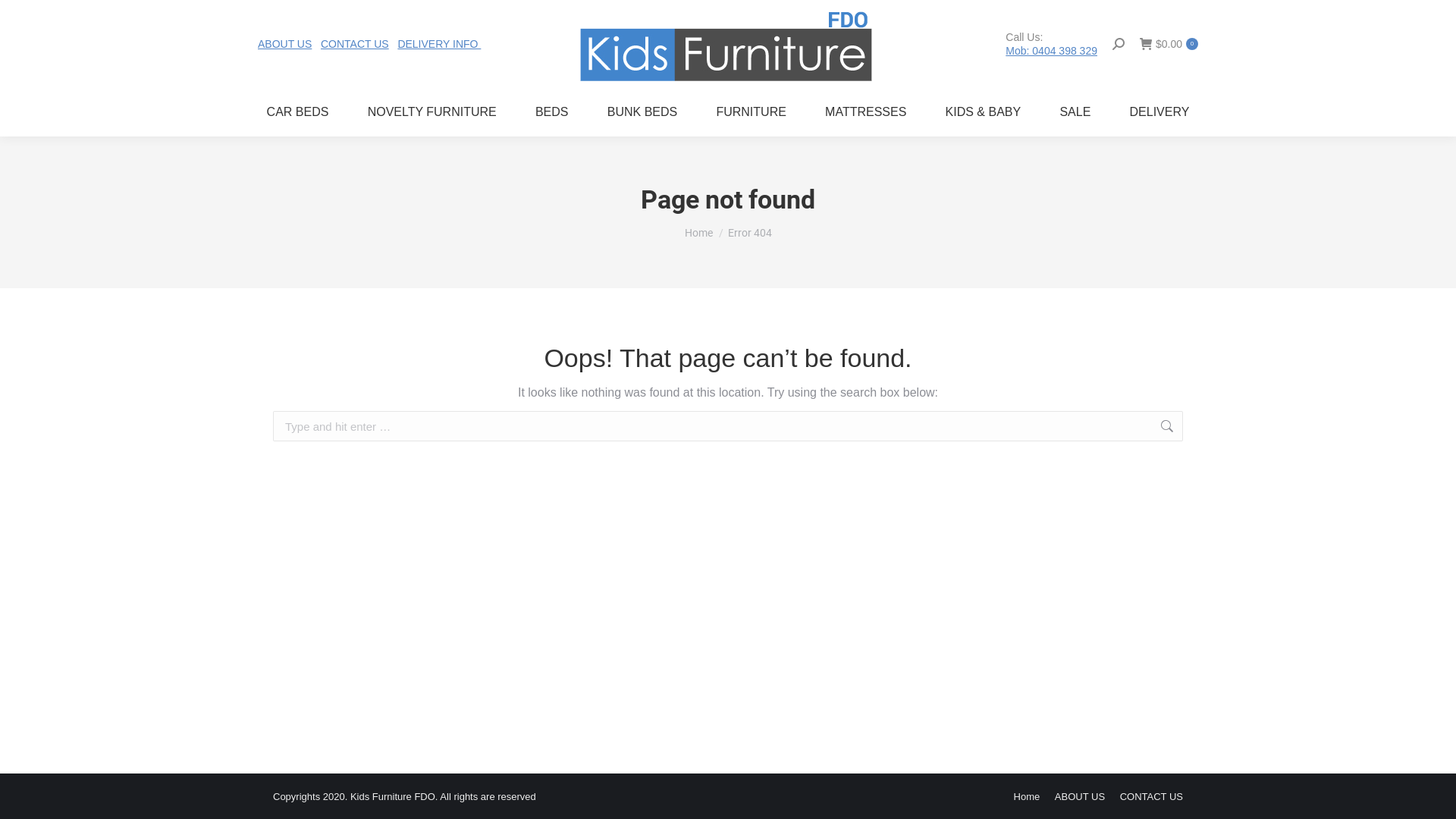 This screenshot has height=819, width=1456. Describe the element at coordinates (1027, 795) in the screenshot. I see `'Home'` at that location.